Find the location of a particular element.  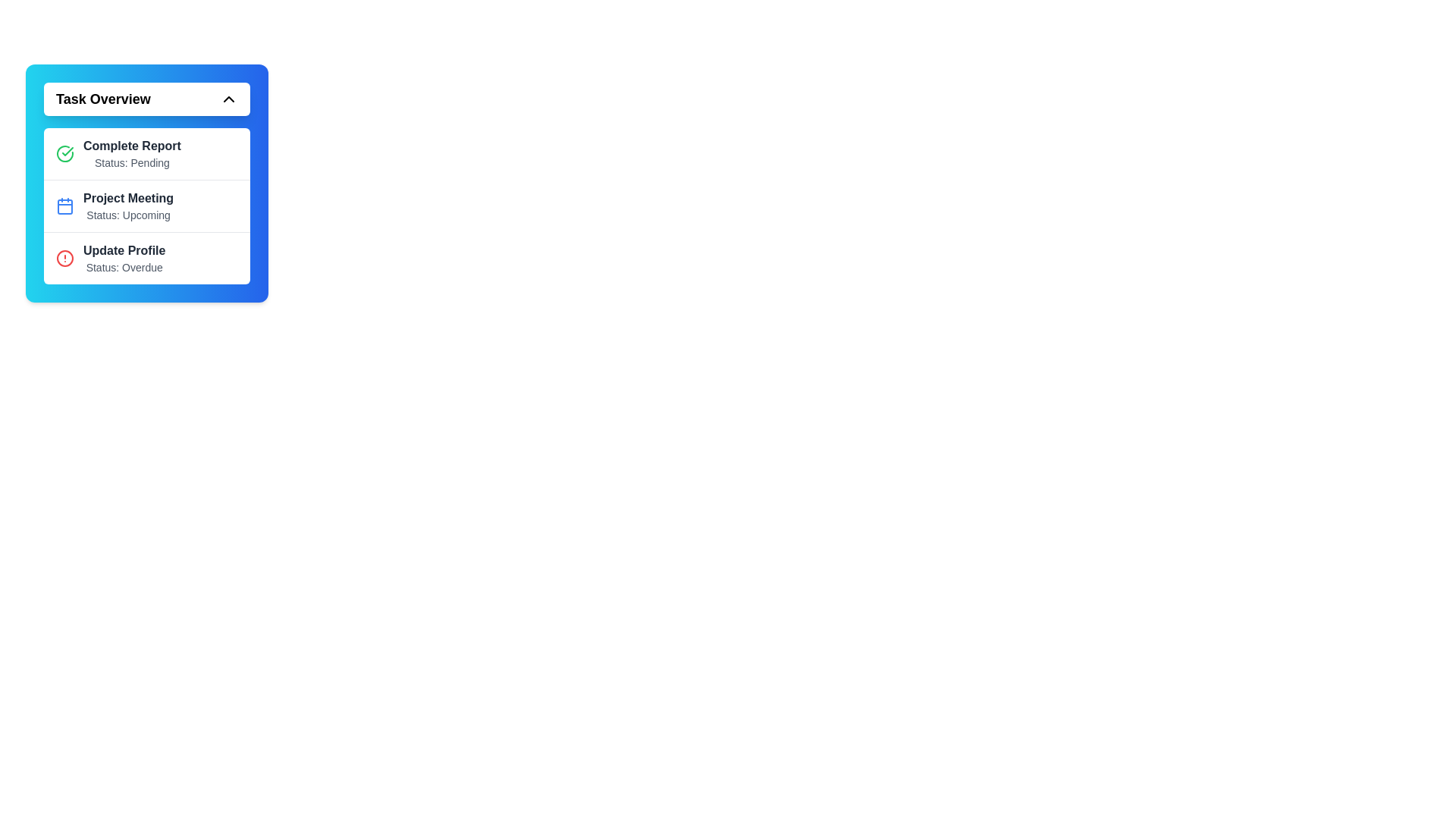

the task icon for Update Profile is located at coordinates (64, 257).